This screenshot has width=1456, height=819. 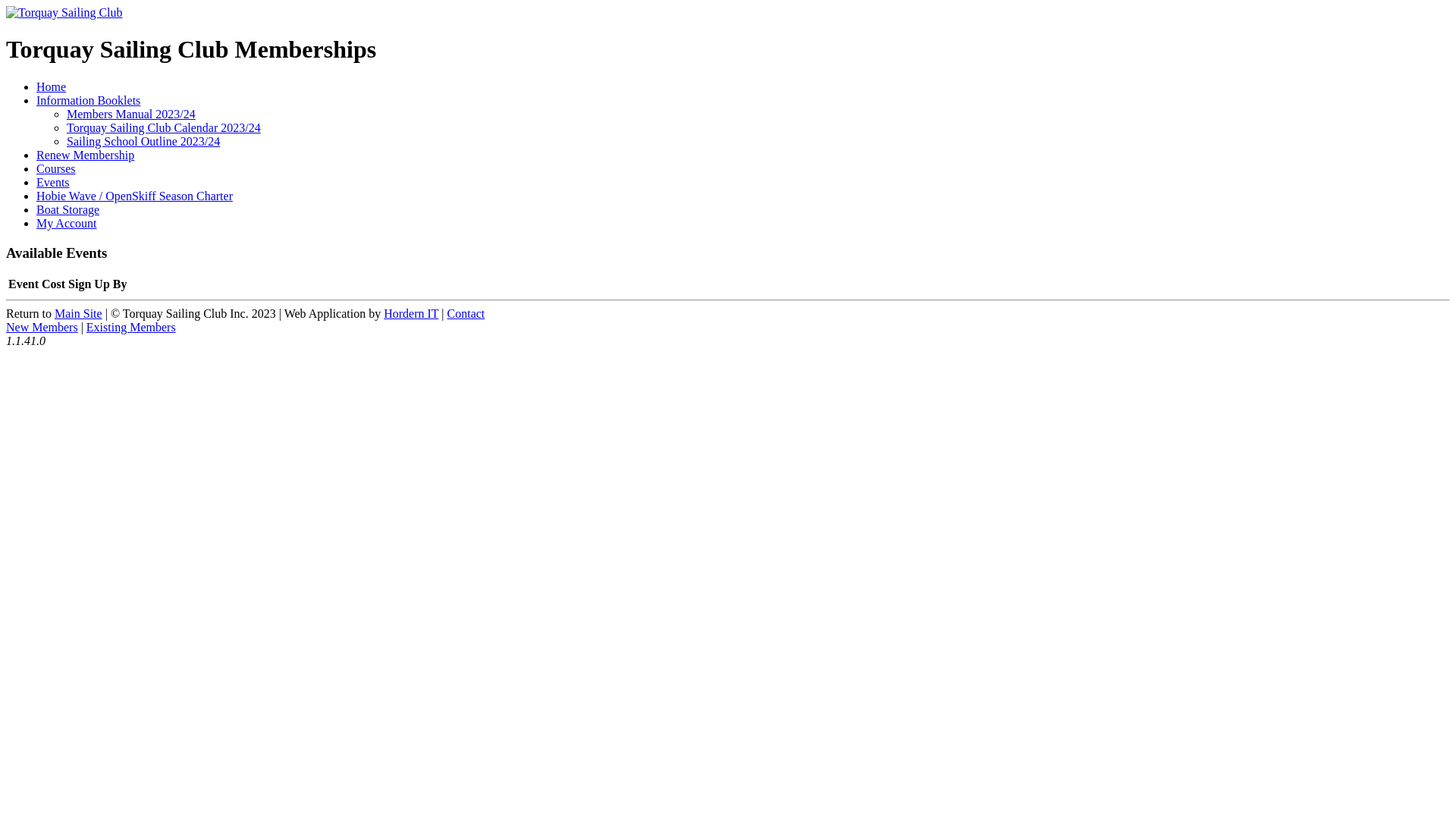 What do you see at coordinates (6, 326) in the screenshot?
I see `'New Members'` at bounding box center [6, 326].